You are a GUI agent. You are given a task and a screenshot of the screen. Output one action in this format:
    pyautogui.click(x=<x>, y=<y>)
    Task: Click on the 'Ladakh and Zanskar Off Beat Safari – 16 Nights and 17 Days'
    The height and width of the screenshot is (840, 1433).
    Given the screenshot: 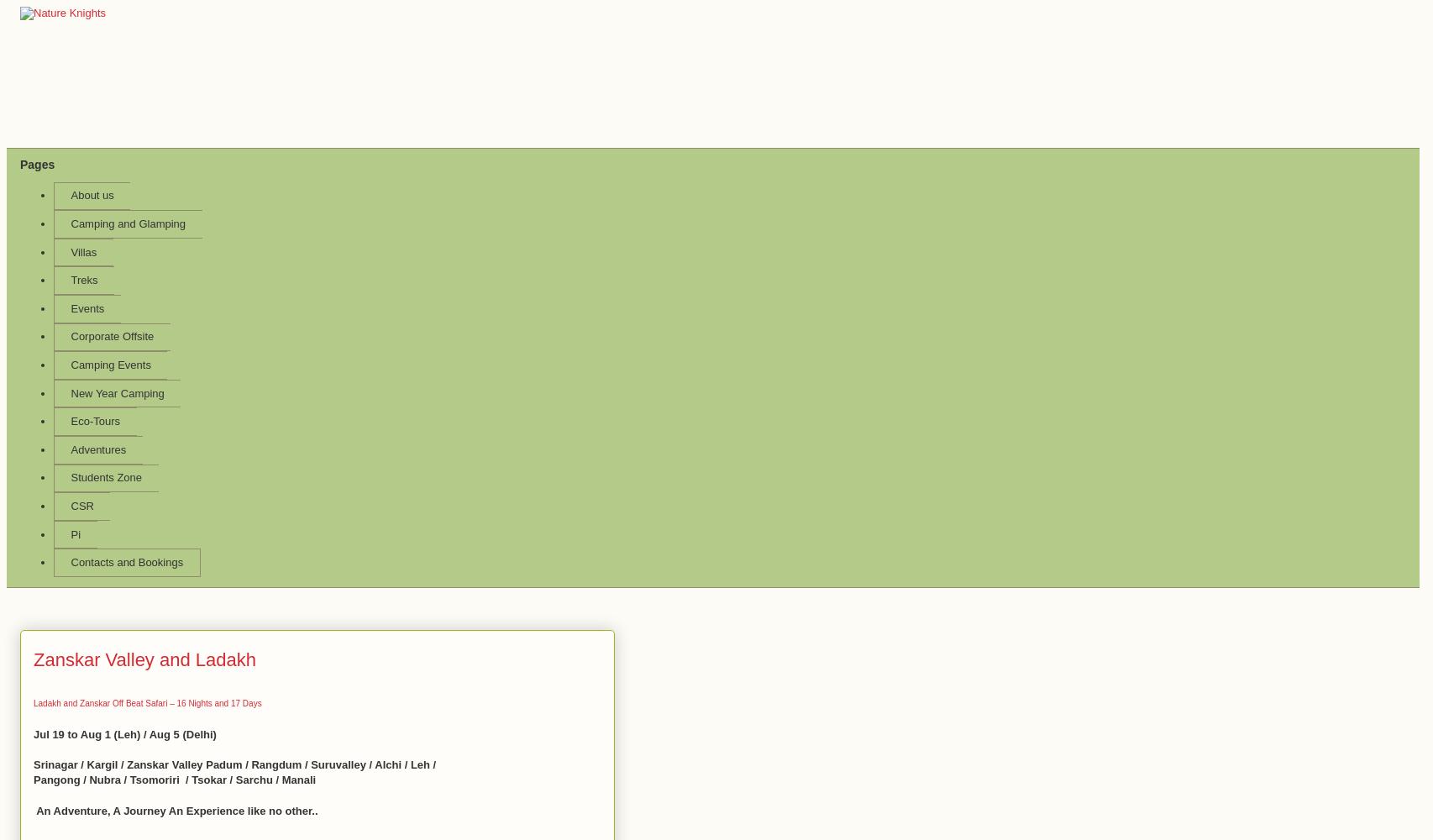 What is the action you would take?
    pyautogui.click(x=147, y=701)
    